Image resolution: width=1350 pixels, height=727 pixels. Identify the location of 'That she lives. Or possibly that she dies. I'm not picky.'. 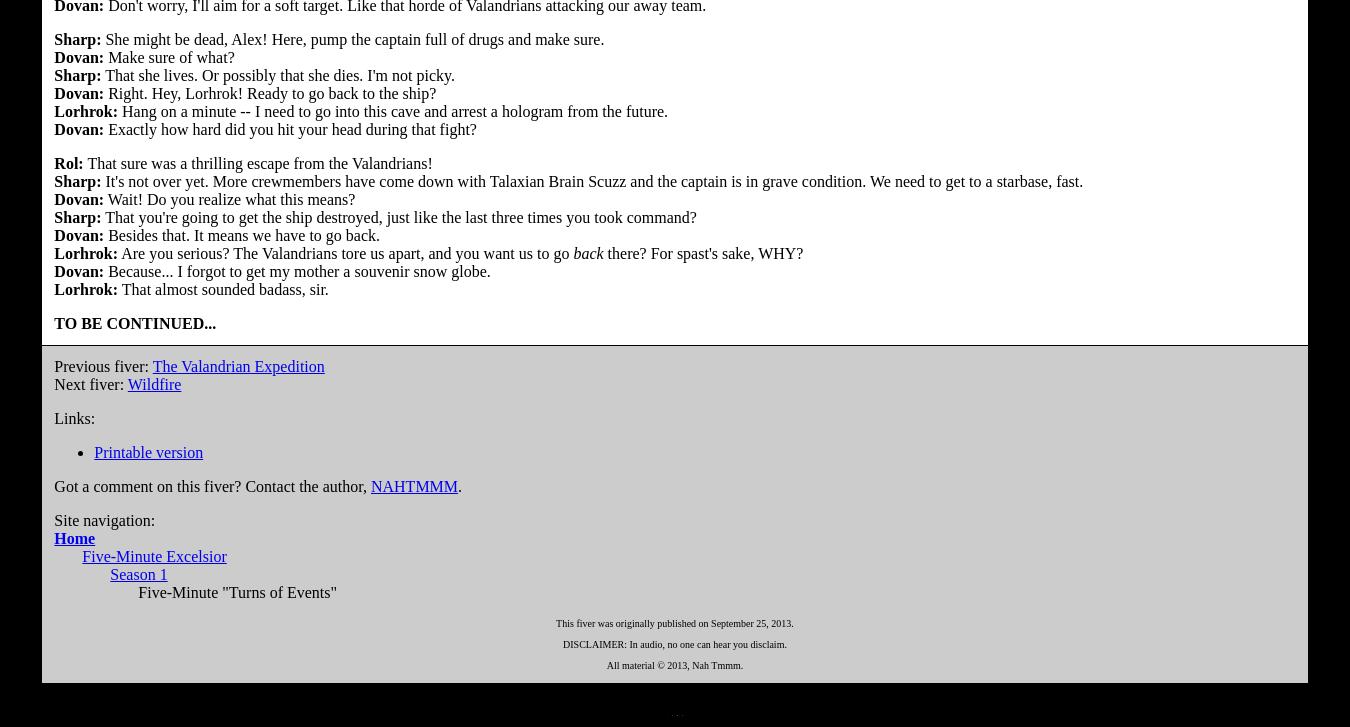
(276, 74).